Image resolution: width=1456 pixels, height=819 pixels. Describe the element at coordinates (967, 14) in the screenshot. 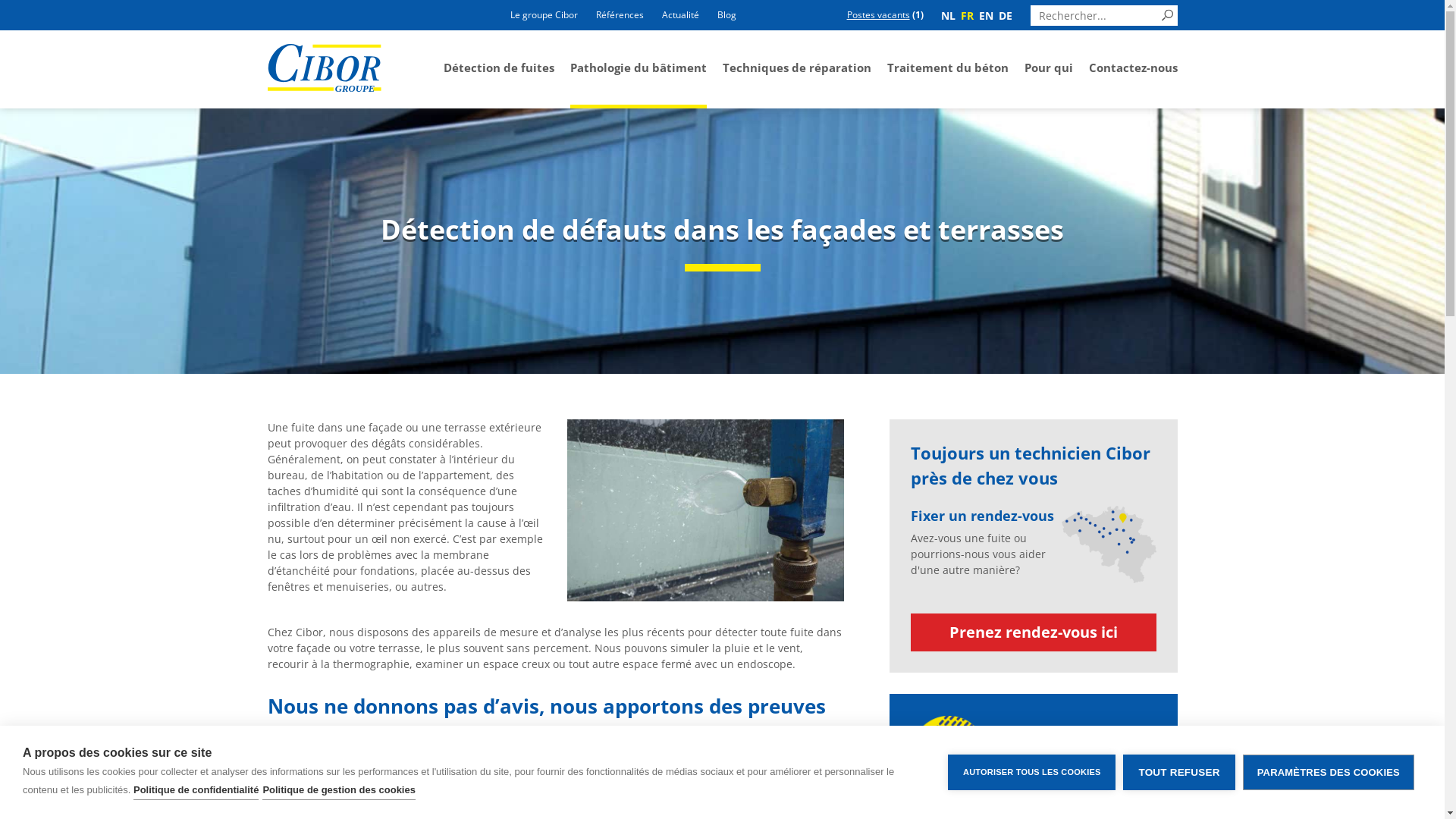

I see `'FR'` at that location.